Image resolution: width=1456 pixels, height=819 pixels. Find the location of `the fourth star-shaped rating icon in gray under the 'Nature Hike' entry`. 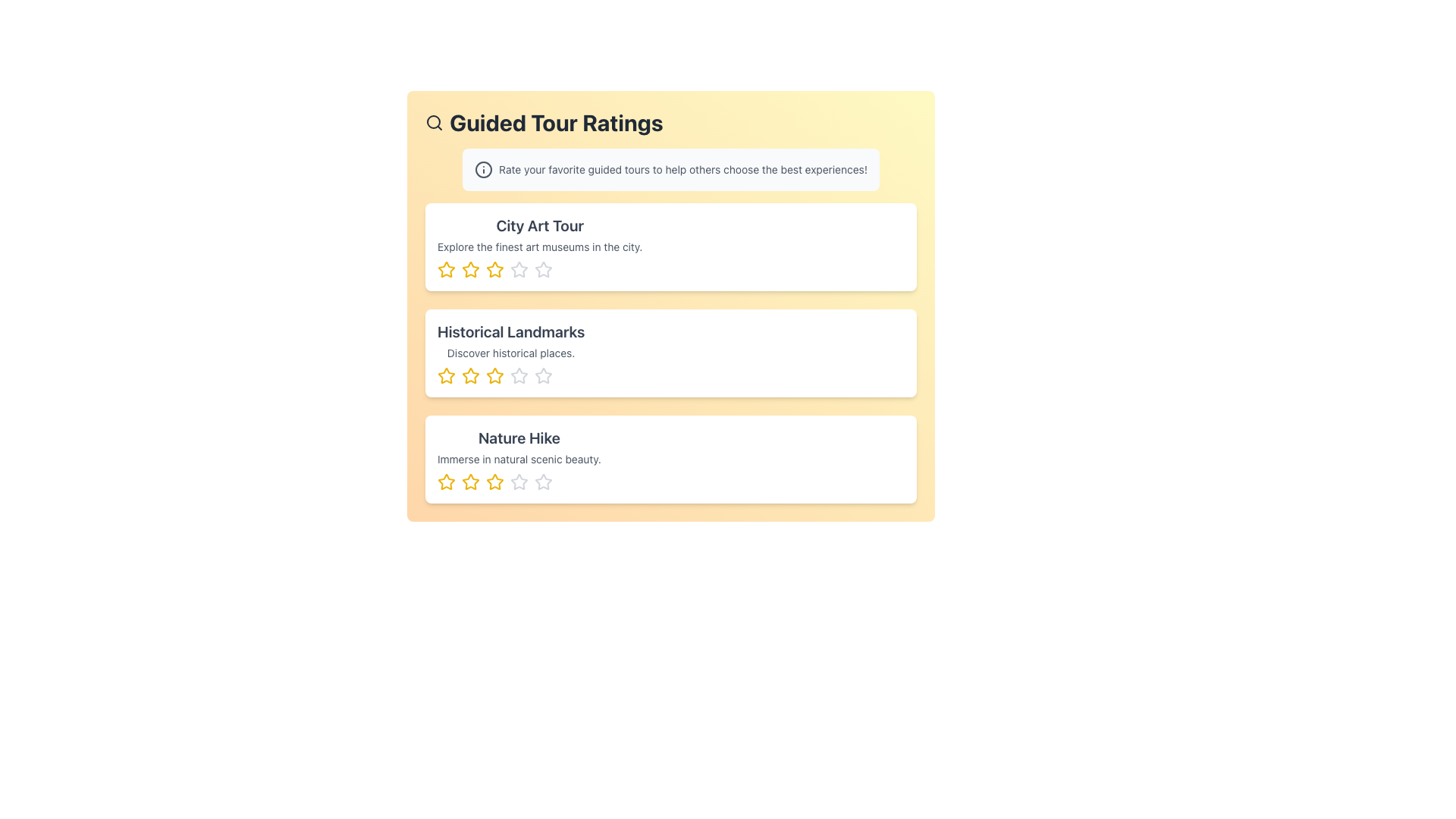

the fourth star-shaped rating icon in gray under the 'Nature Hike' entry is located at coordinates (519, 482).